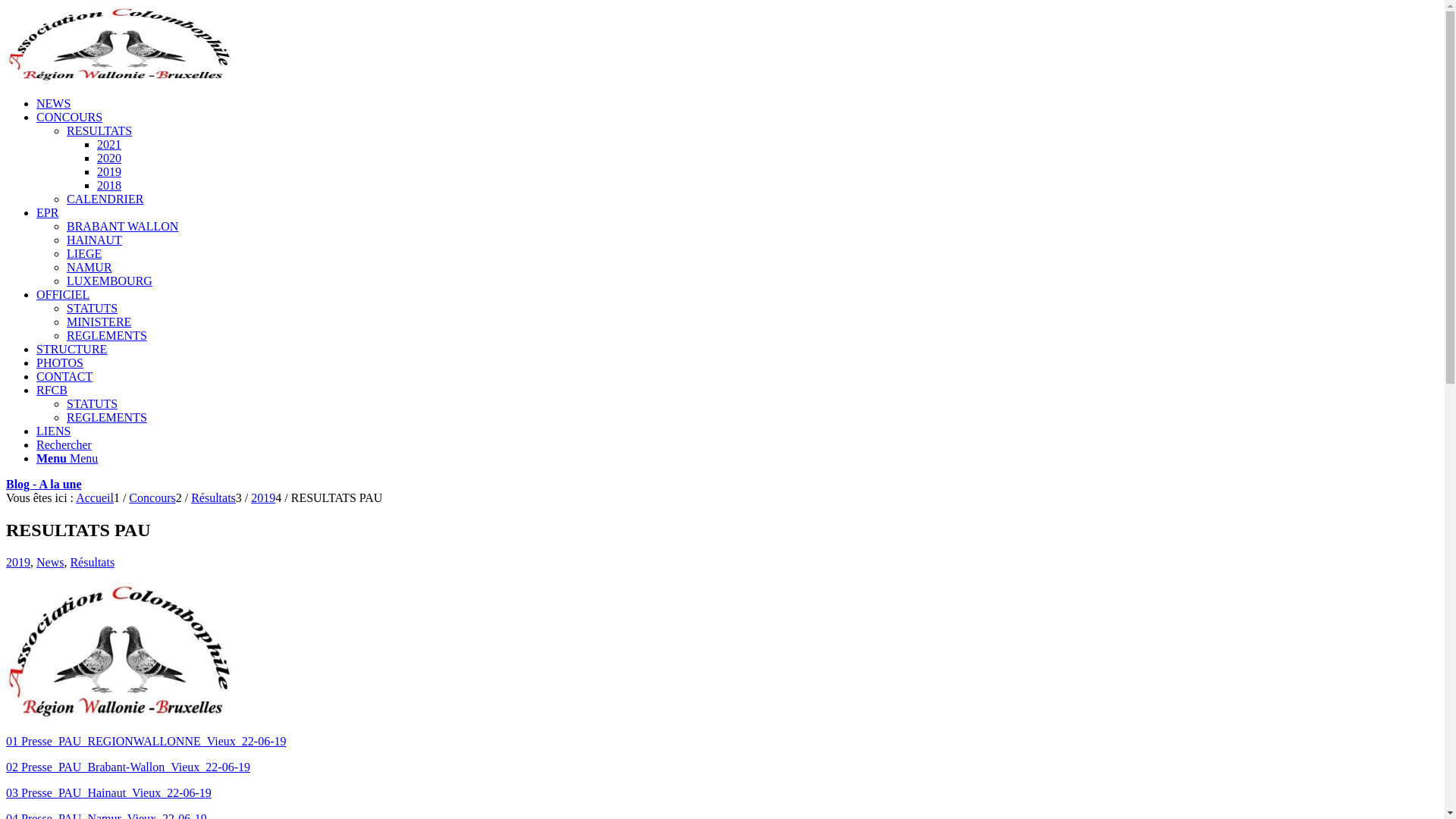 The height and width of the screenshot is (819, 1456). I want to click on 'EPR', so click(47, 212).